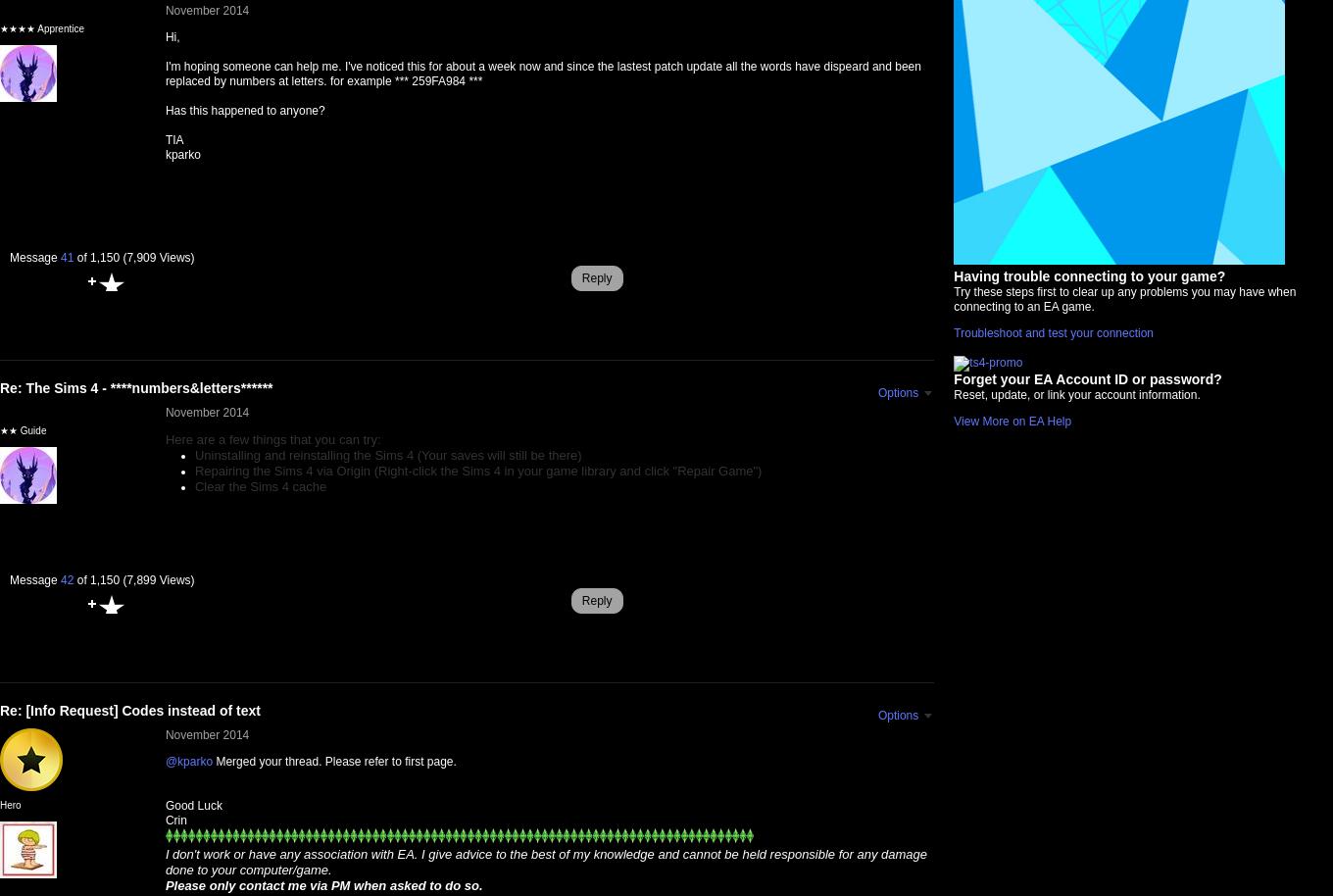 This screenshot has height=896, width=1333. What do you see at coordinates (192, 804) in the screenshot?
I see `'Good Luck'` at bounding box center [192, 804].